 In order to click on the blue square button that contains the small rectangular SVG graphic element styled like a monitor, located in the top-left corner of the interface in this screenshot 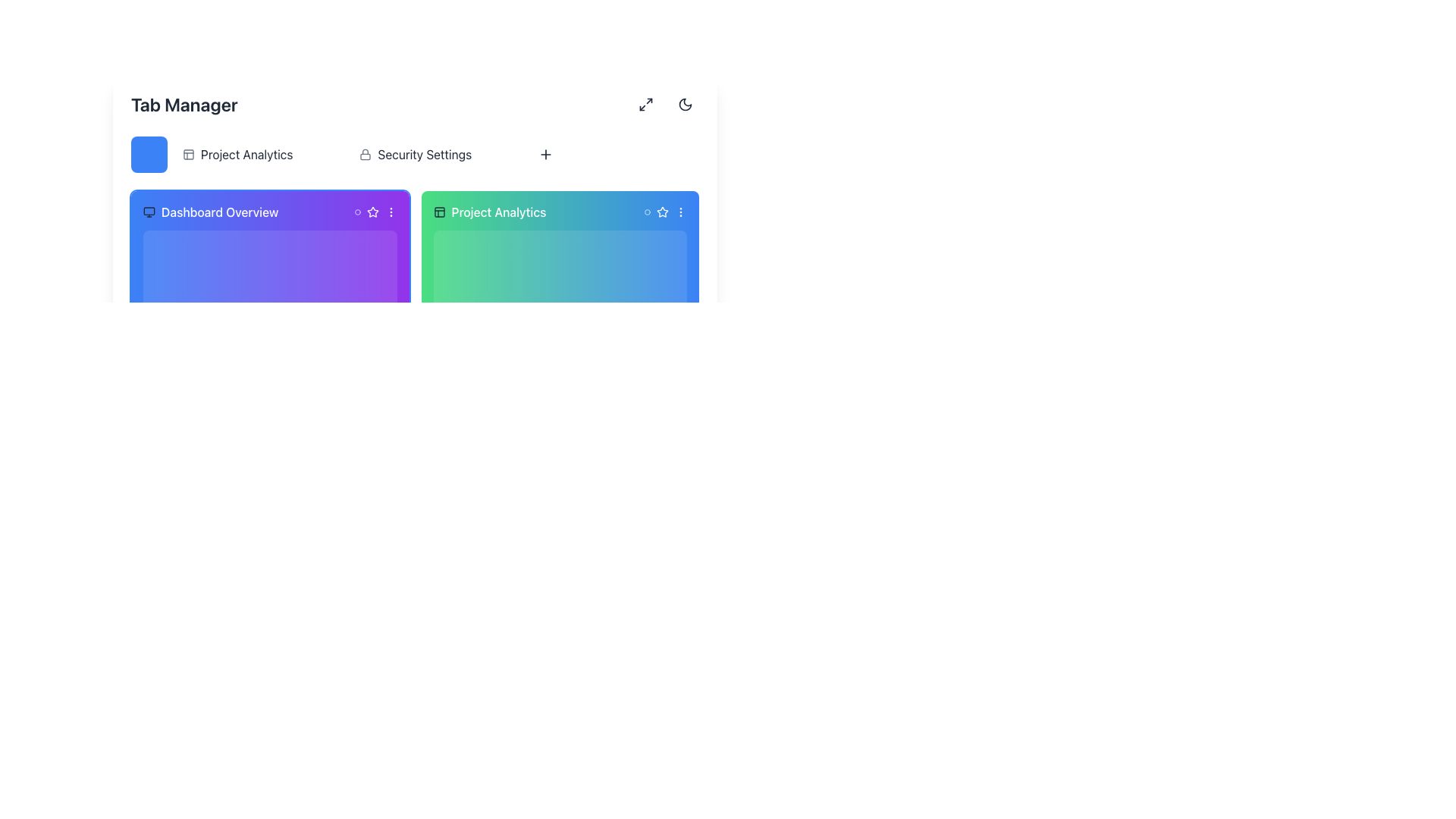, I will do `click(146, 152)`.